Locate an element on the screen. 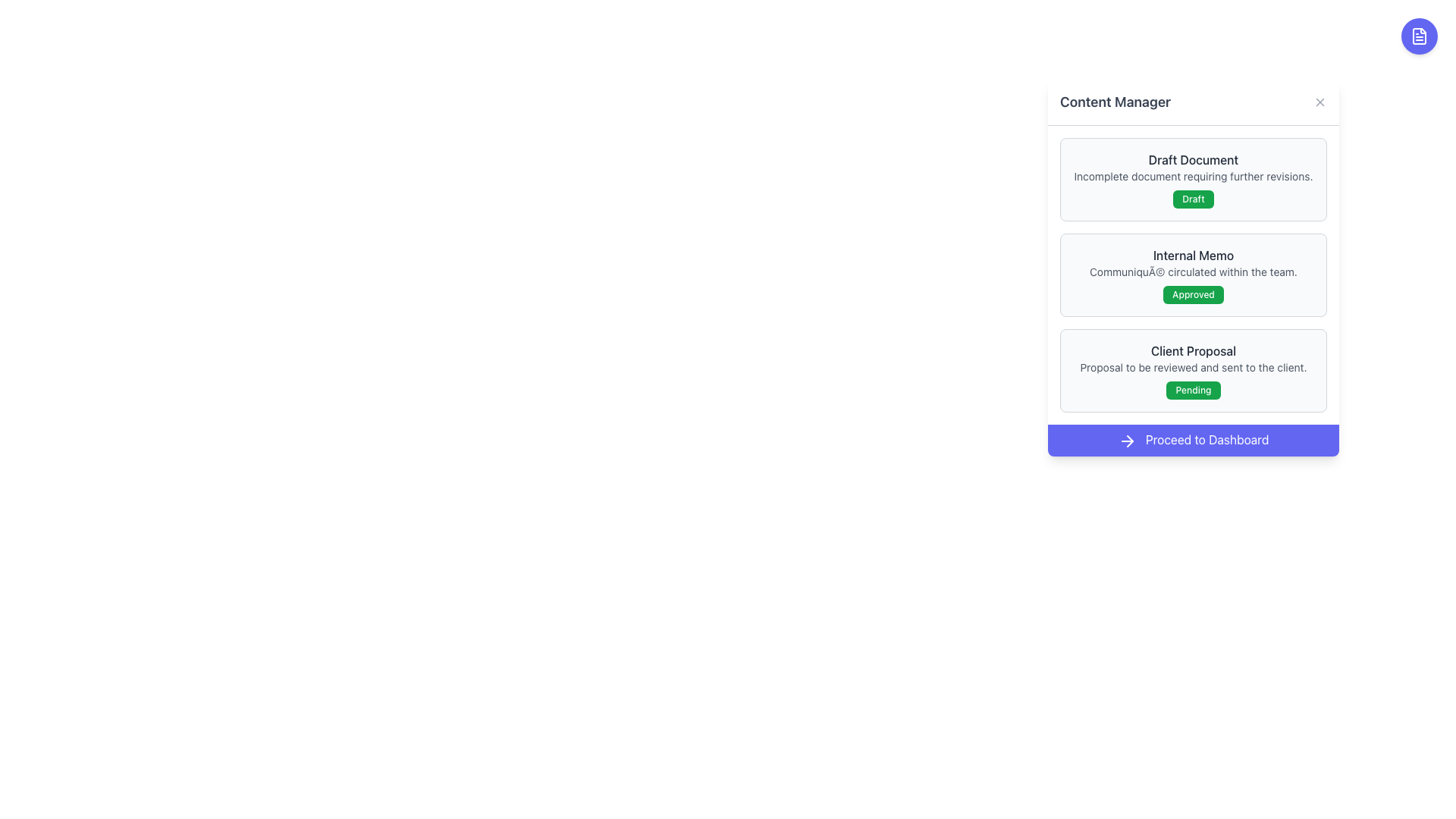 The height and width of the screenshot is (819, 1456). the small 'X' icon button located to the right of the 'Content Manager' text, which changes color on hover is located at coordinates (1319, 102).